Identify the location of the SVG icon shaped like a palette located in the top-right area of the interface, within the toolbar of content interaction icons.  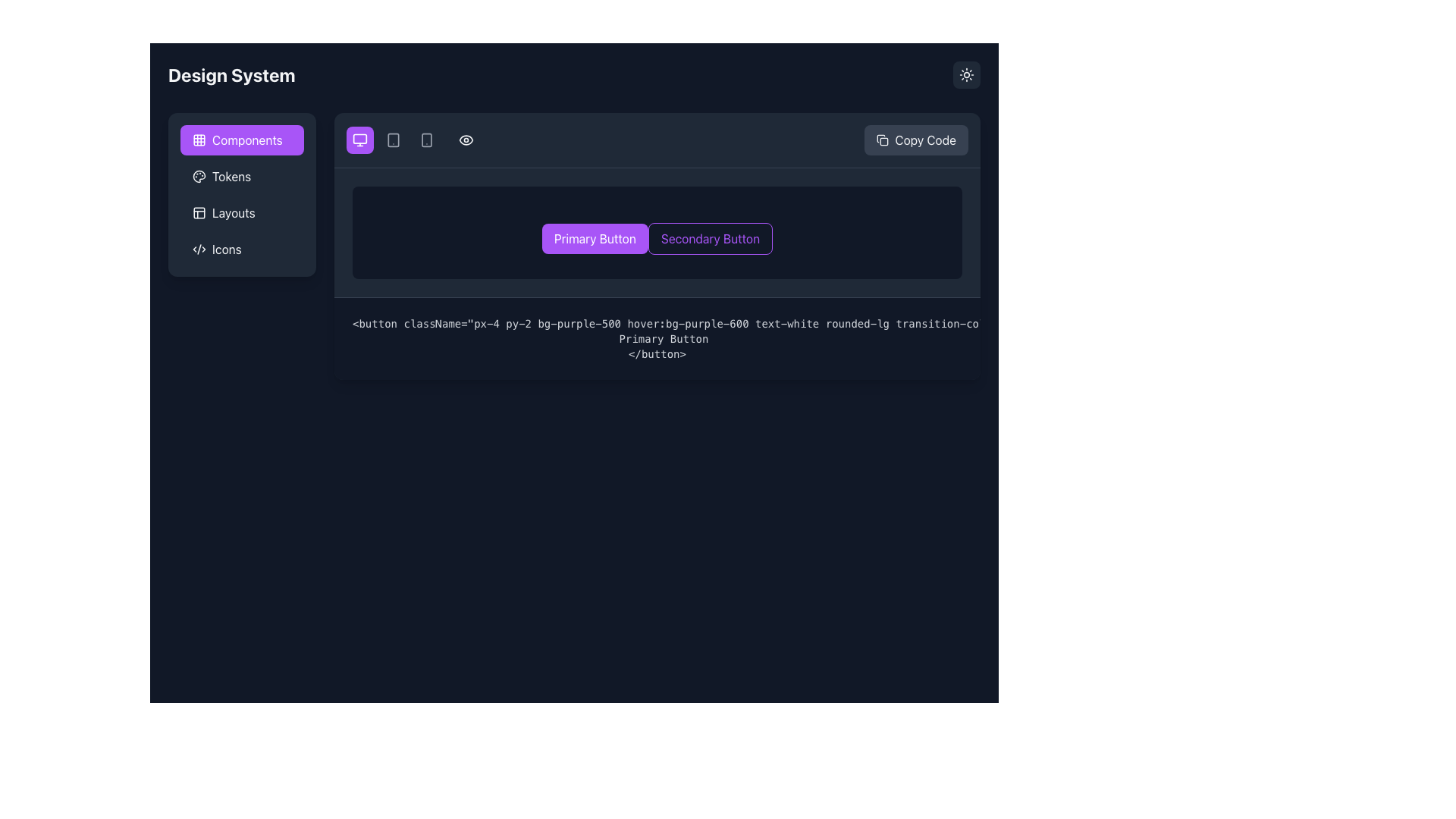
(199, 175).